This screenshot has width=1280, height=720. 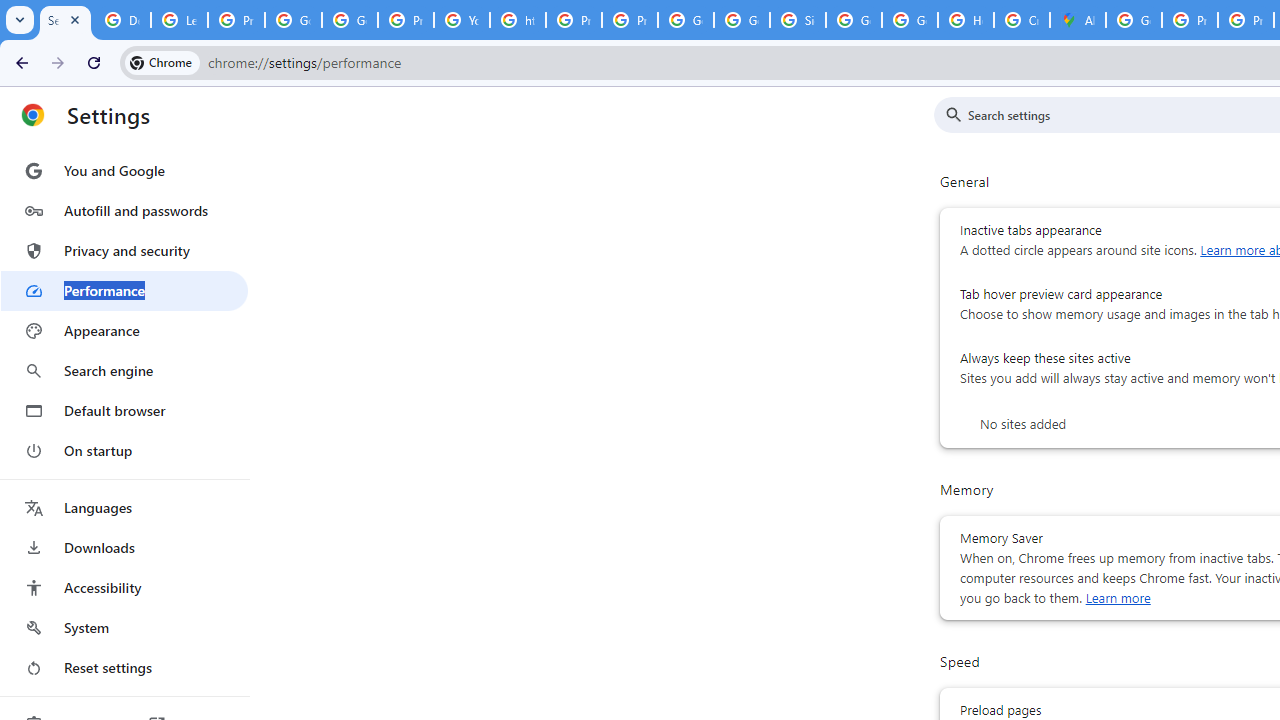 I want to click on 'Autofill and passwords', so click(x=123, y=210).